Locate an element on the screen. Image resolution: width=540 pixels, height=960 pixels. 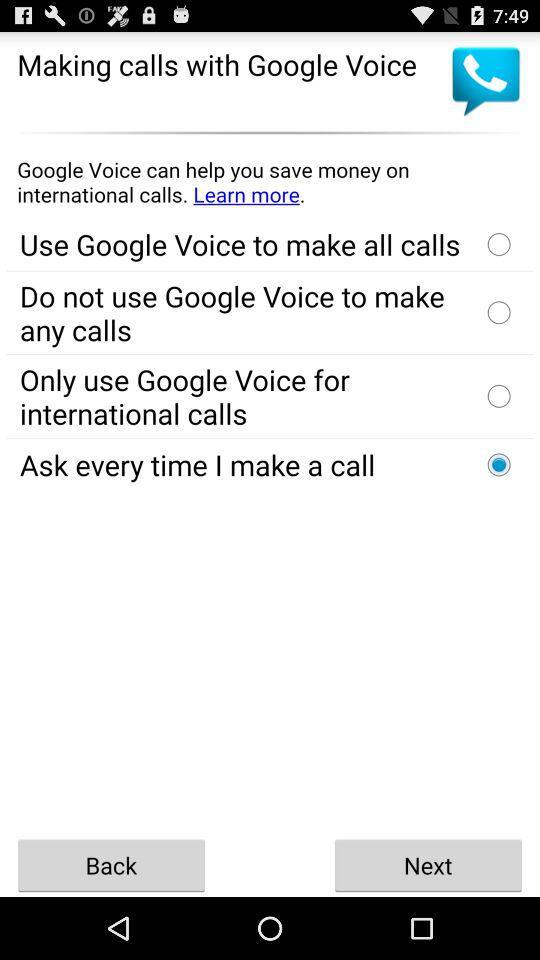
search is located at coordinates (270, 182).